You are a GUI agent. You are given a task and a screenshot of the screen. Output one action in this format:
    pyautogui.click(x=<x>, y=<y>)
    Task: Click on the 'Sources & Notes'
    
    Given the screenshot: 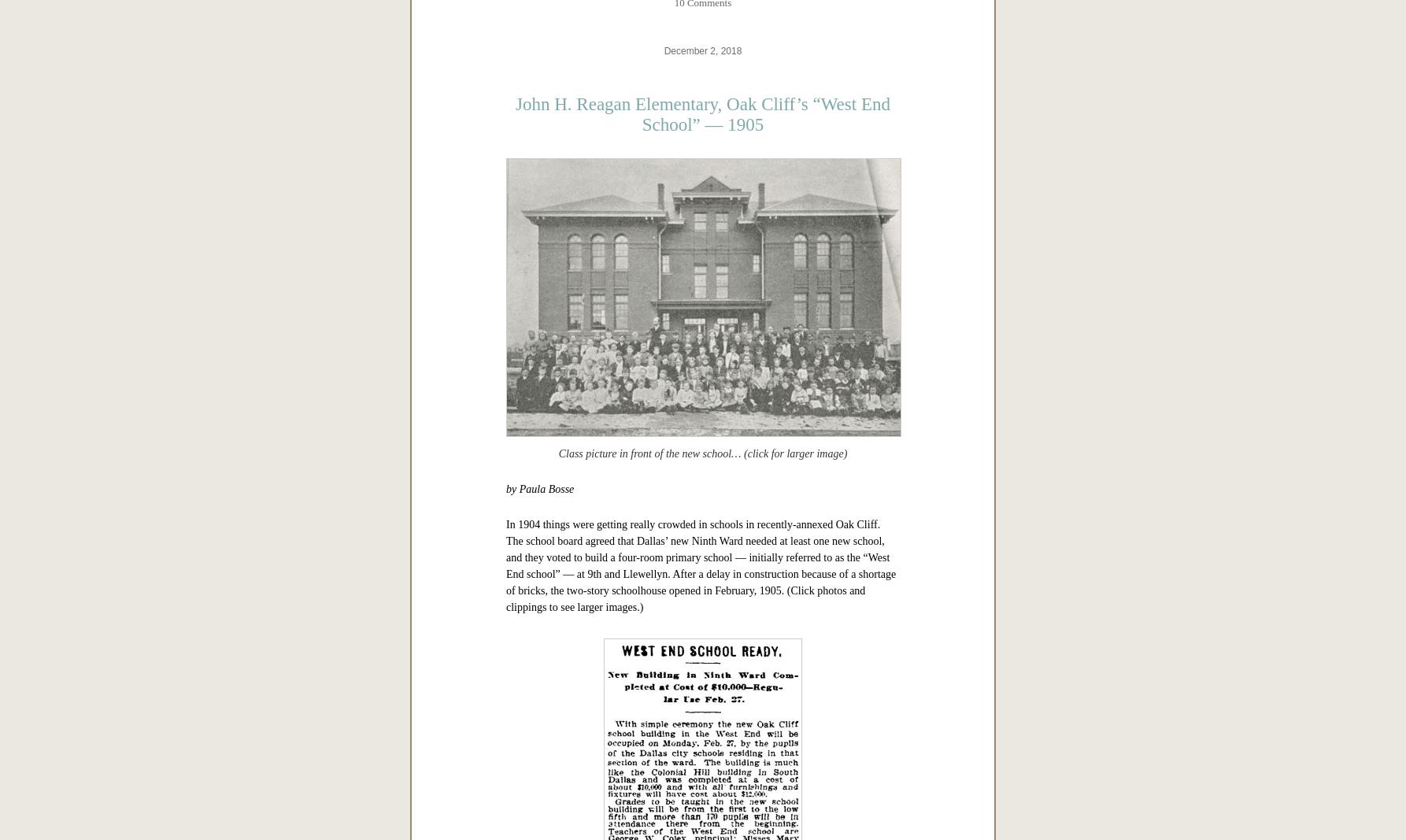 What is the action you would take?
    pyautogui.click(x=550, y=23)
    